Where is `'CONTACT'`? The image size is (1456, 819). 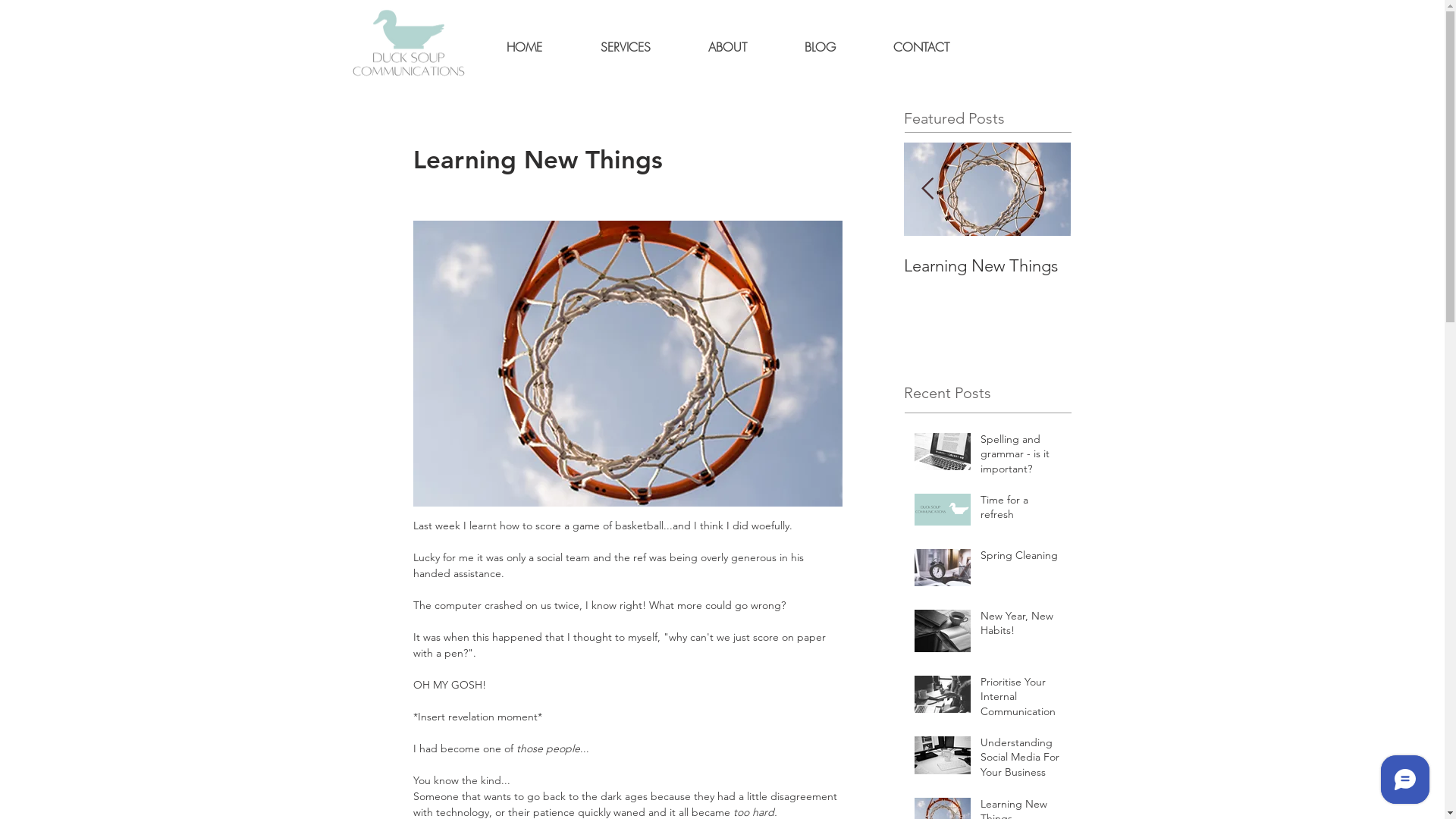 'CONTACT' is located at coordinates (920, 46).